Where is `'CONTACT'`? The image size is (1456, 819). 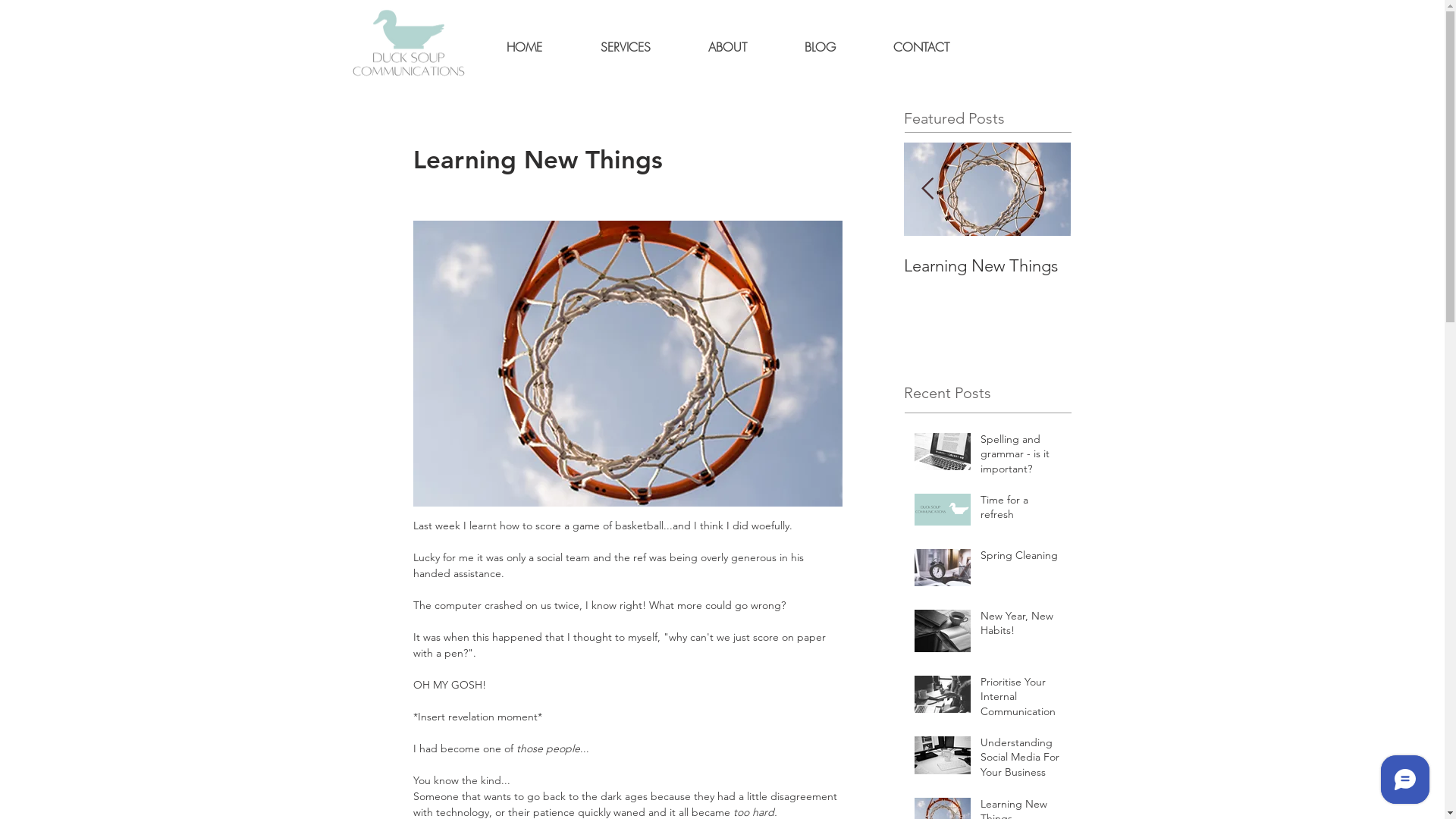 'CONTACT' is located at coordinates (920, 46).